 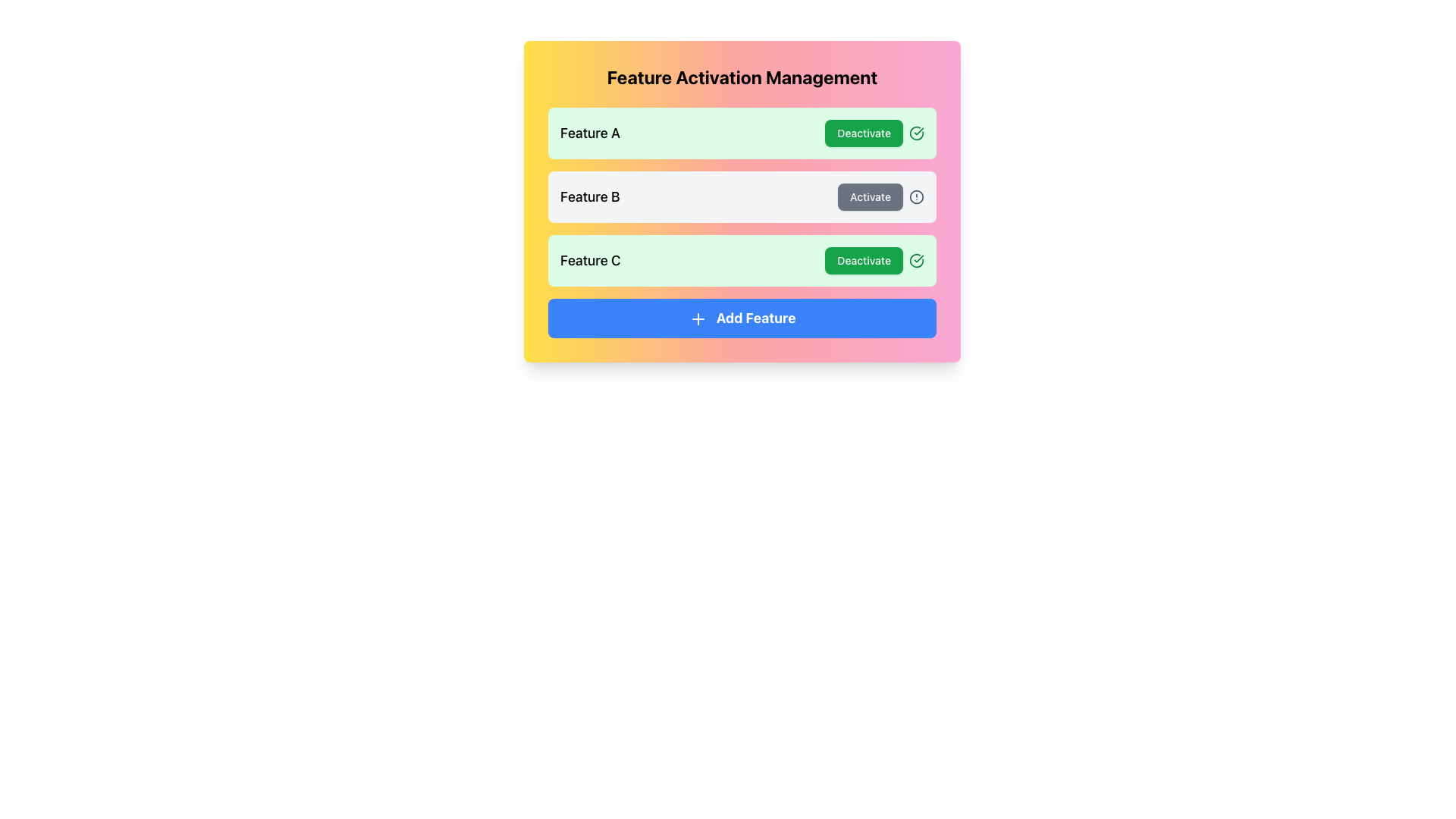 I want to click on the SVG graphical component (circle element) that serves as a visual marker in the 'Feature Activation Management' UI, located to the right of the 'Activate' button in the 'Feature B' row, so click(x=916, y=196).